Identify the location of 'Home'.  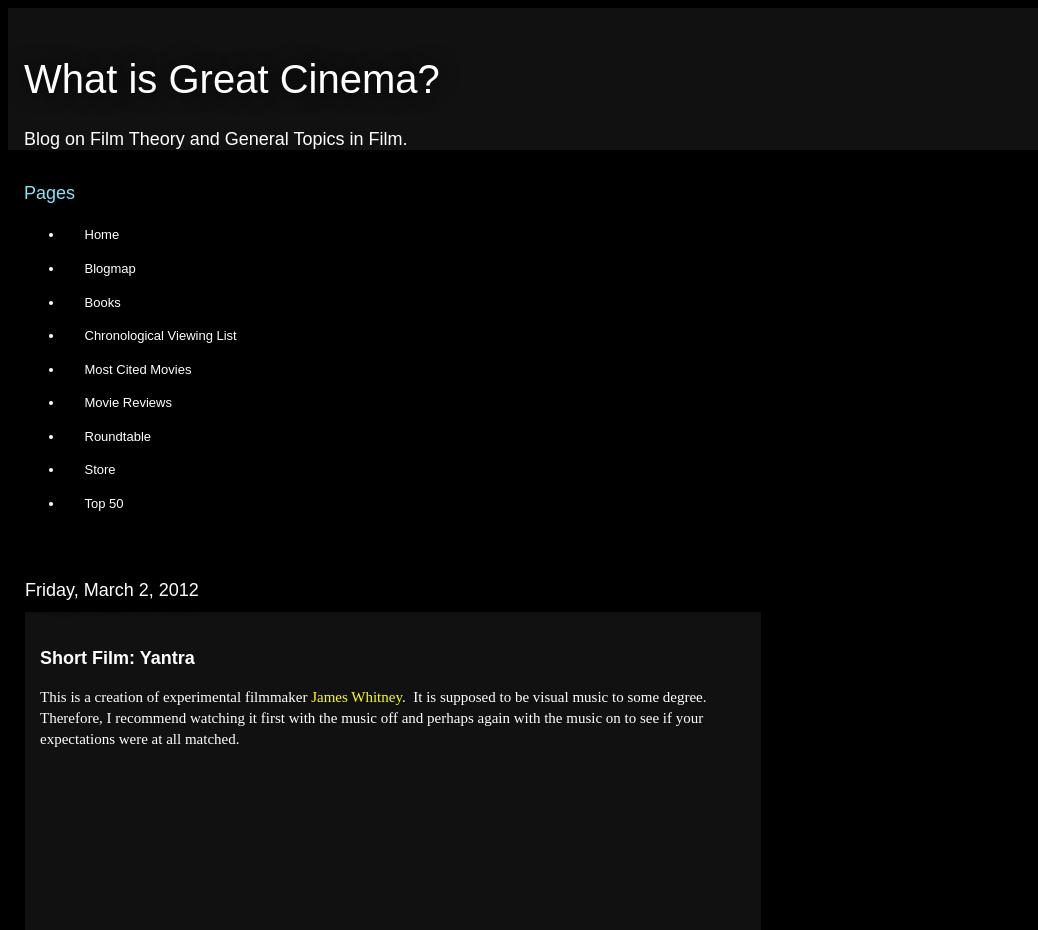
(100, 234).